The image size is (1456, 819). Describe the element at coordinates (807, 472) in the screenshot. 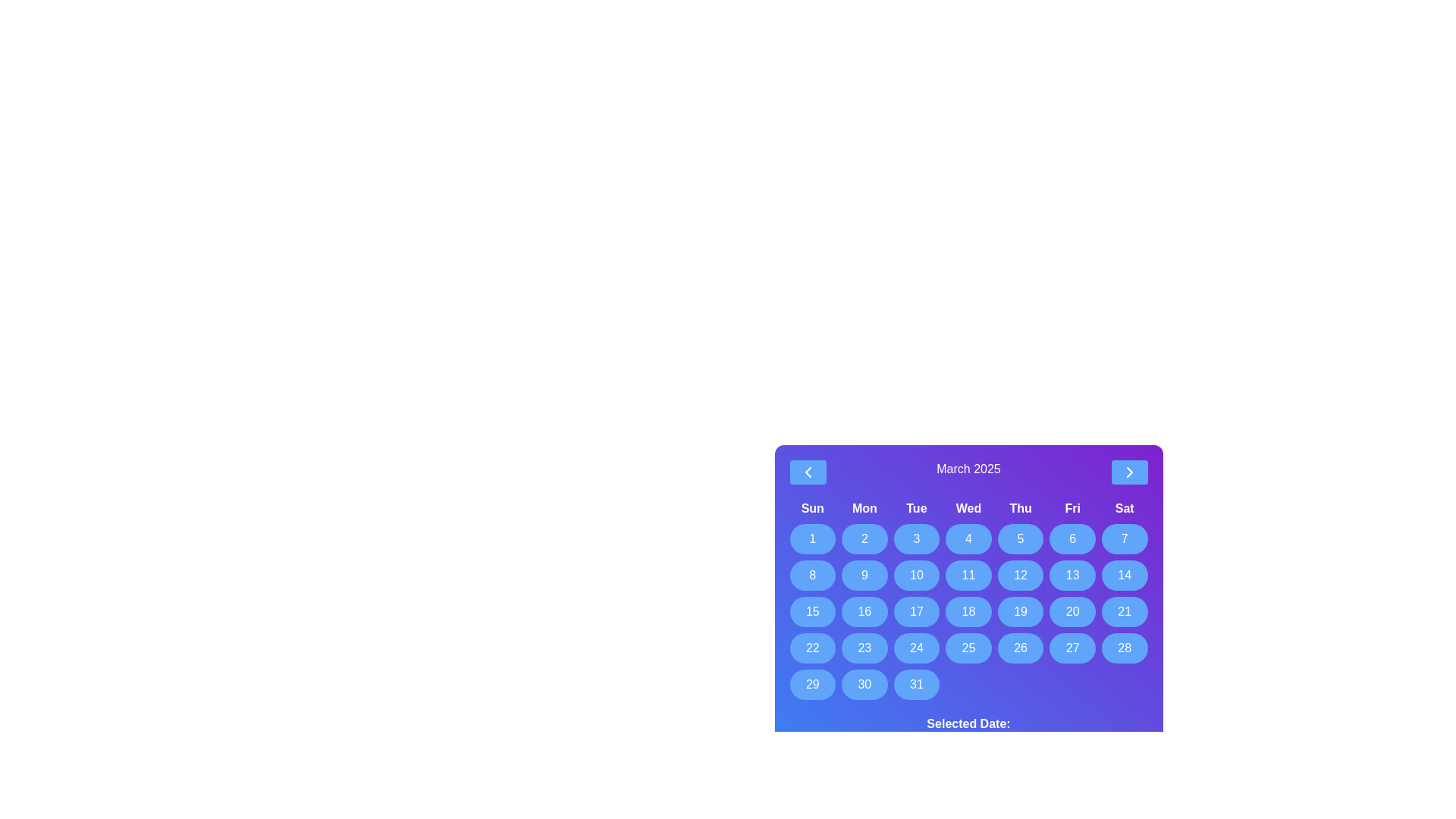

I see `the interactive chevron icon within the blue button located at the top-left corner of the calendar interface` at that location.